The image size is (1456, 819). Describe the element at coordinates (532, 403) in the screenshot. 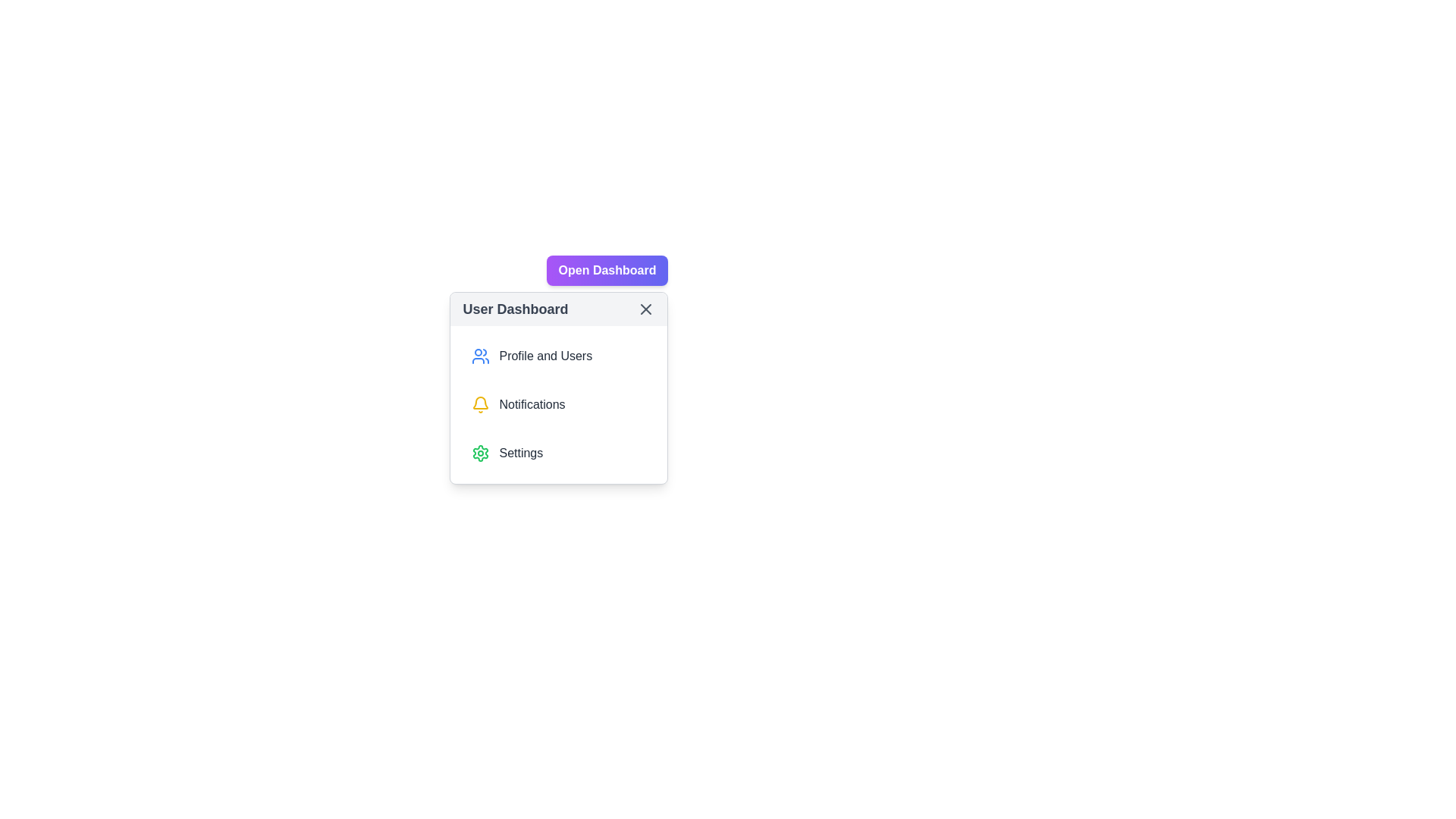

I see `the 'Notifications' text label in the user dashboard` at that location.